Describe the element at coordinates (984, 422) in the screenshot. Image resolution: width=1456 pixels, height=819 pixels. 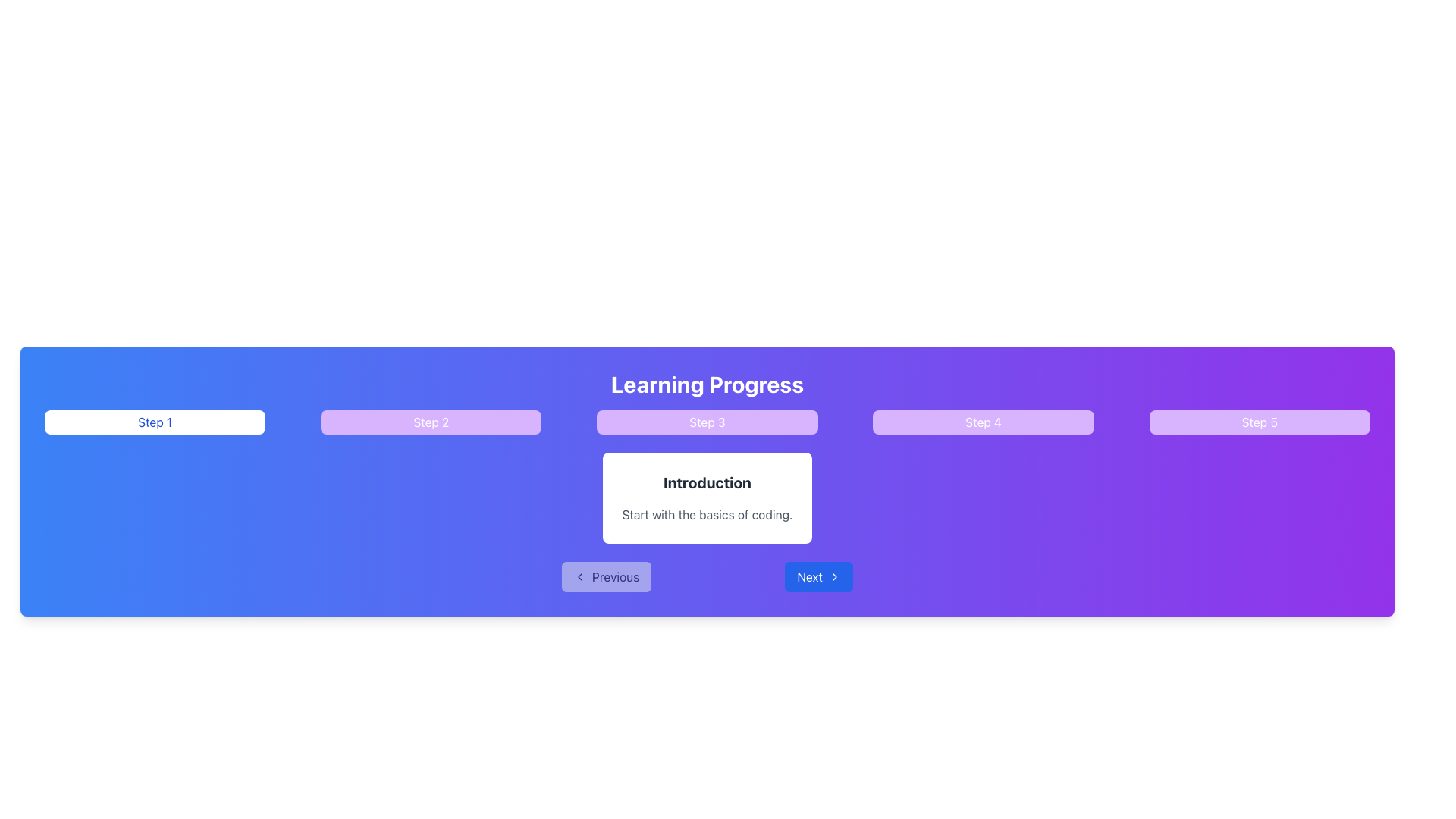
I see `the 'Step 4' button, which is the fourth item in a series of five buttons arranged horizontally` at that location.